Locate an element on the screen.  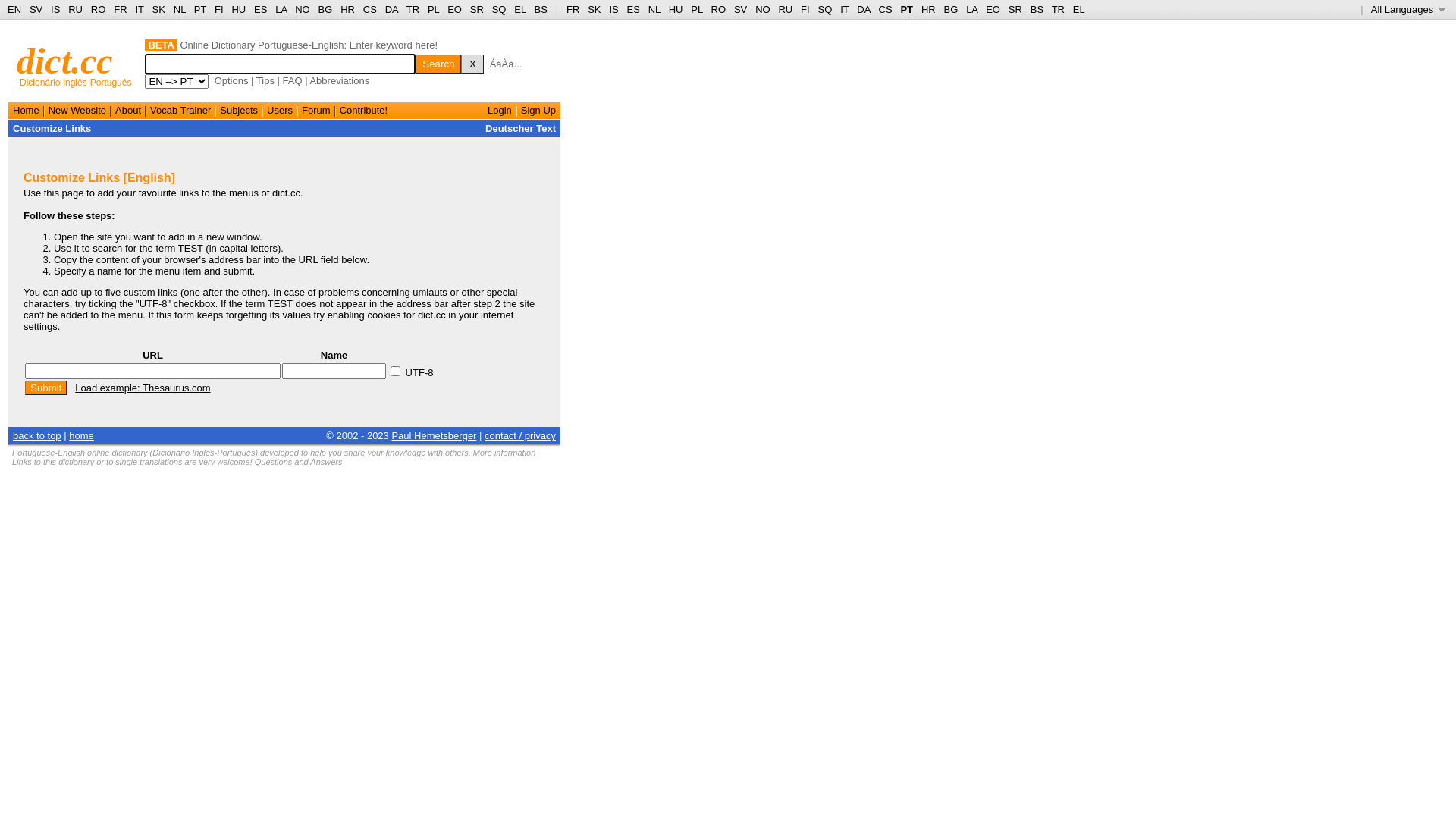
'Deutscher Text' is located at coordinates (520, 127).